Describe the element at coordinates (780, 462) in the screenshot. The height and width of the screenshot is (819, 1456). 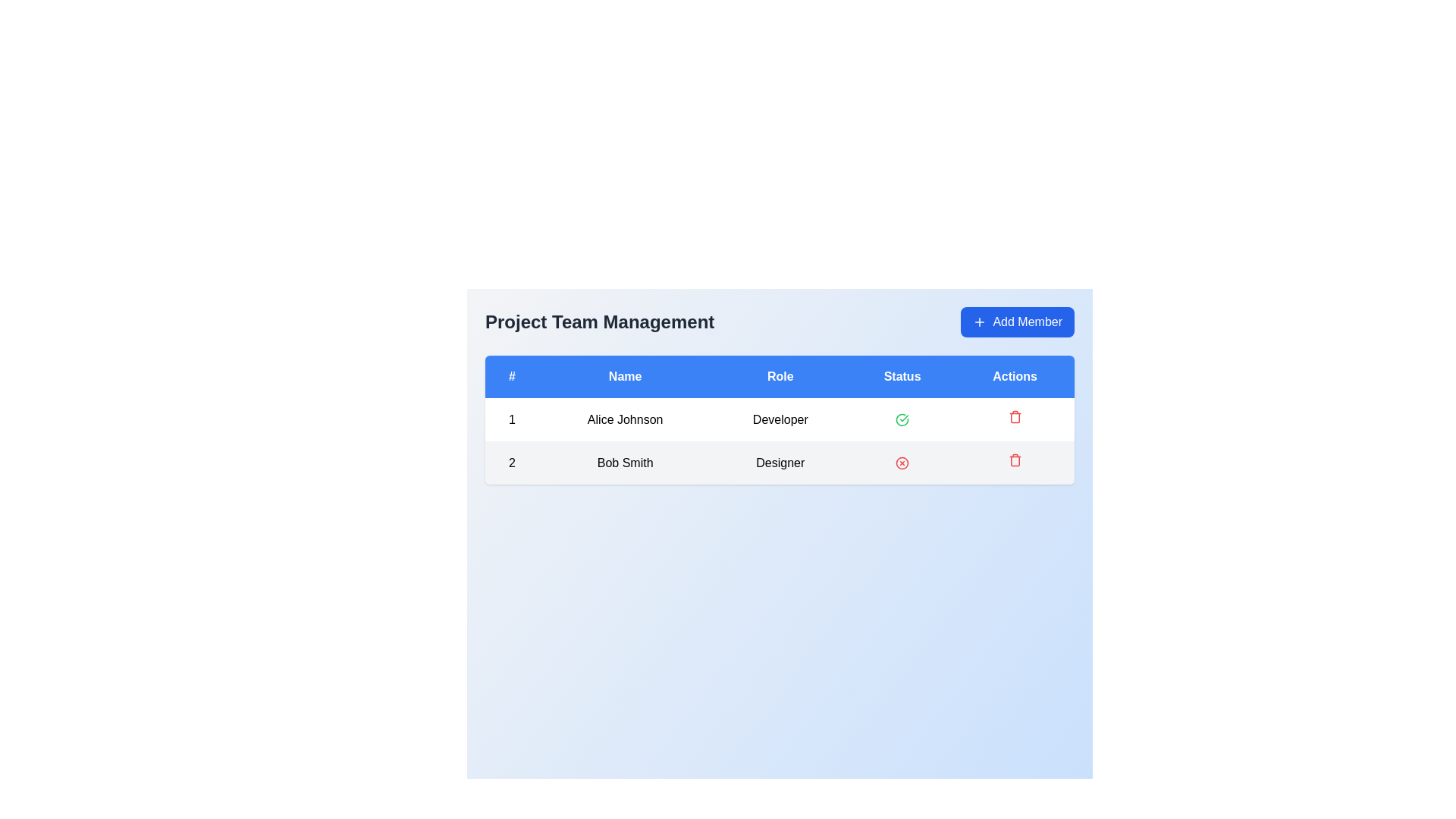
I see `the text label reading 'Designer' located in the second row of a table under the 'Role' column header` at that location.